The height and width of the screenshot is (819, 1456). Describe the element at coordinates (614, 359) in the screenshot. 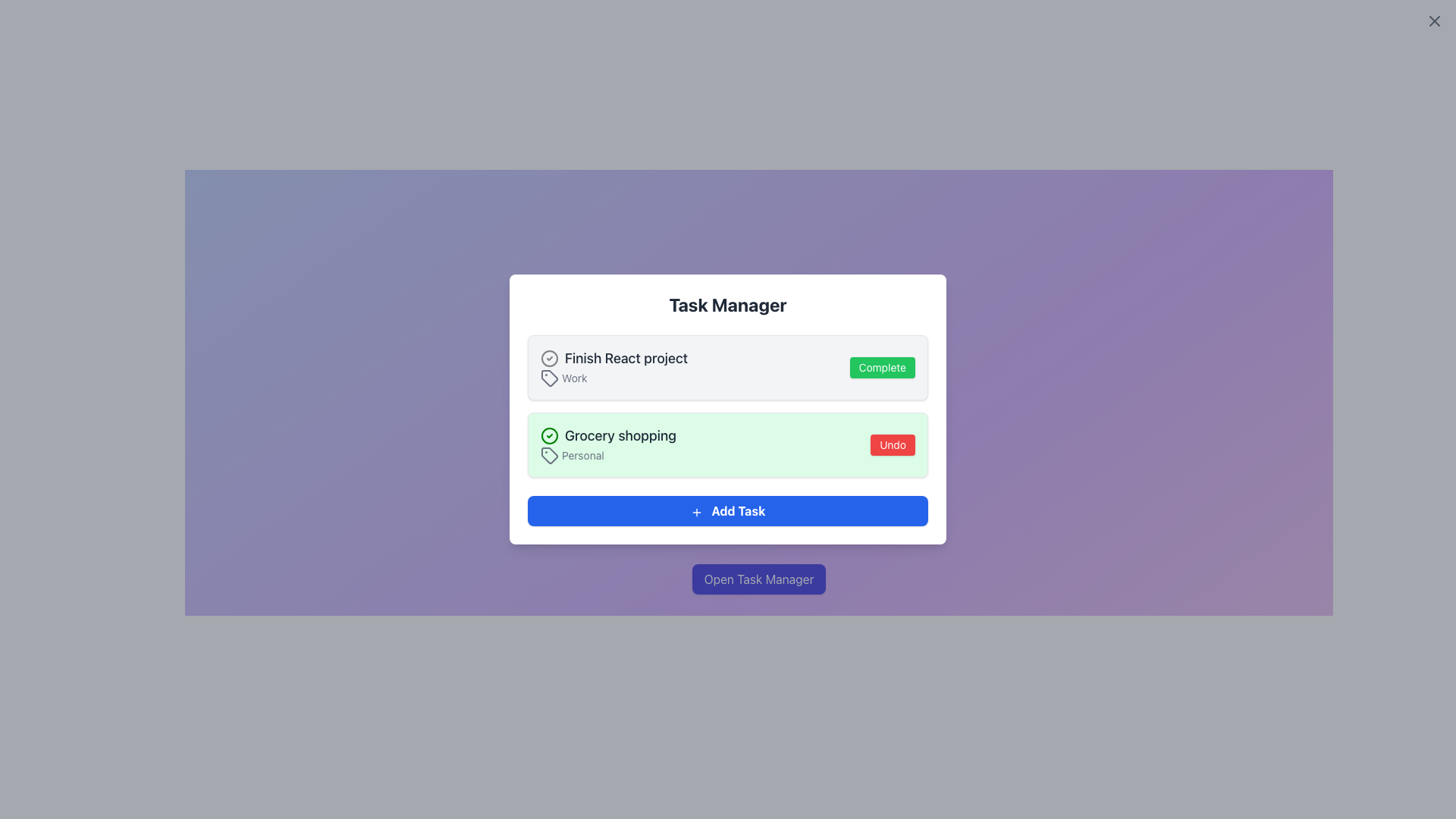

I see `the task title element displaying 'Finish React project', which is styled in gray and positioned above 'Grocery shopping' in the task management interface` at that location.